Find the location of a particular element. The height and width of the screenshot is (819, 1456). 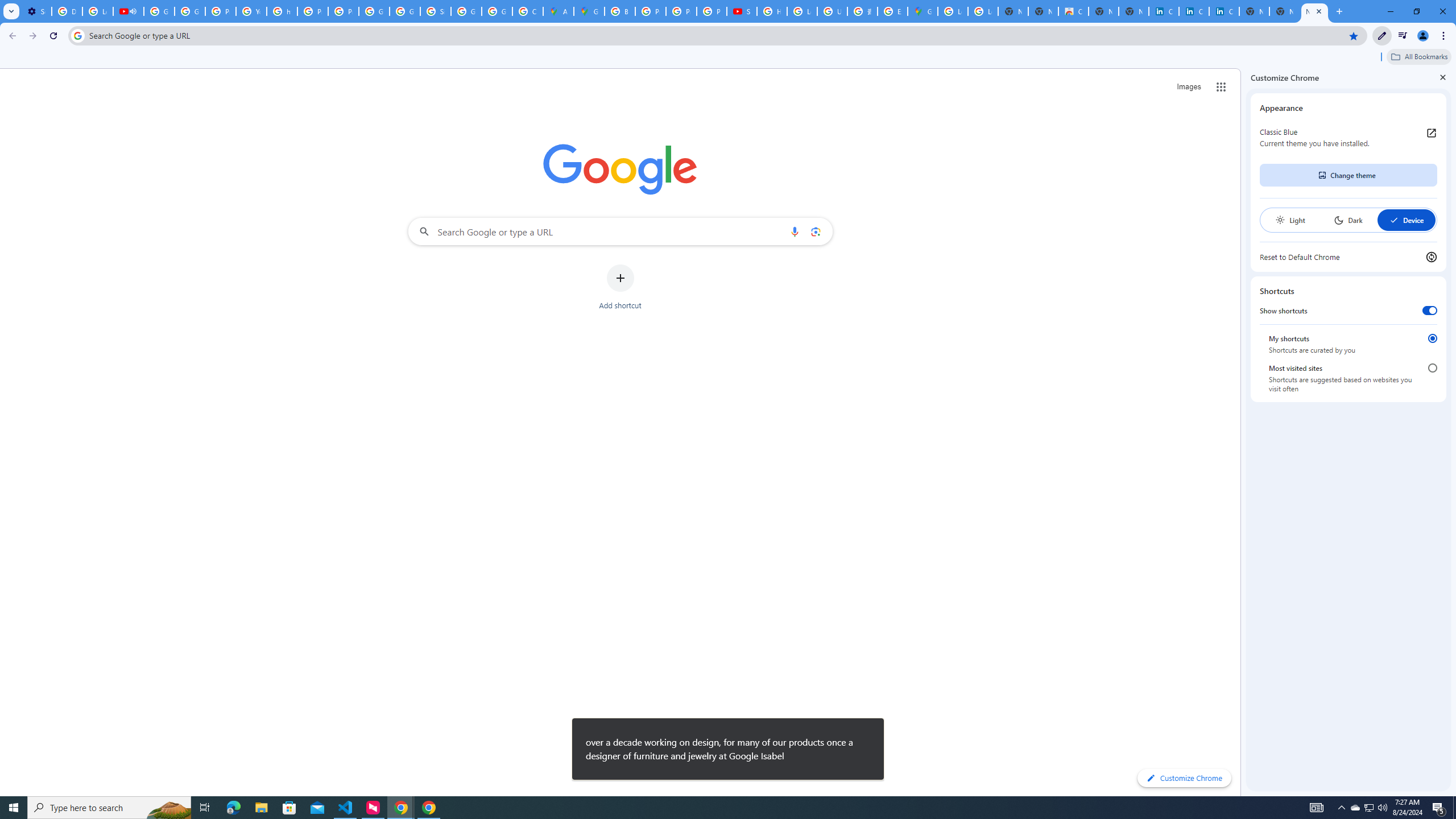

'Explore new street-level details - Google Maps Help' is located at coordinates (892, 11).